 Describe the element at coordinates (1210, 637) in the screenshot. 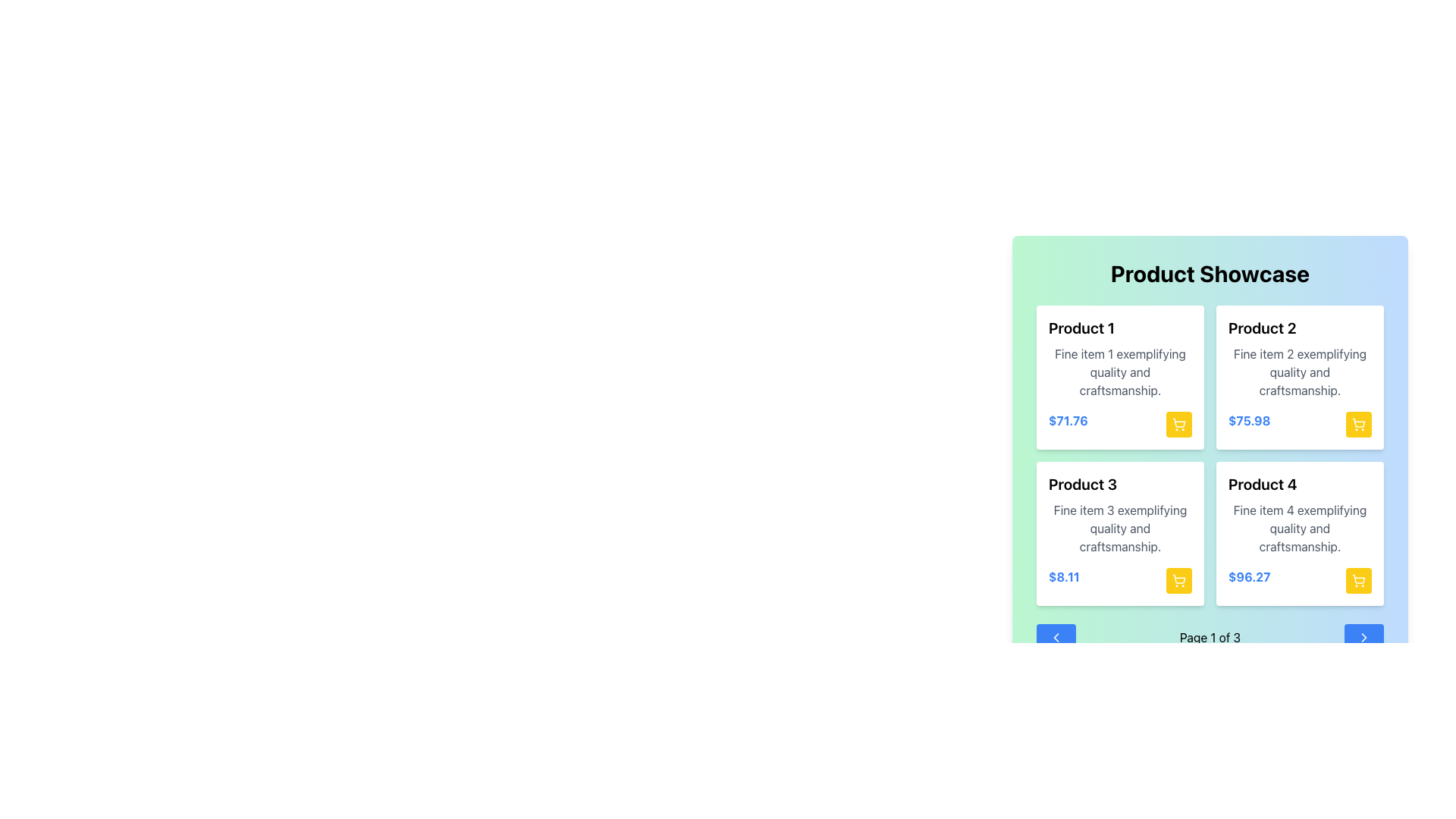

I see `the text display element that shows 'Page 1 of 3', which is centrally positioned at the bottom of the card layout interface` at that location.